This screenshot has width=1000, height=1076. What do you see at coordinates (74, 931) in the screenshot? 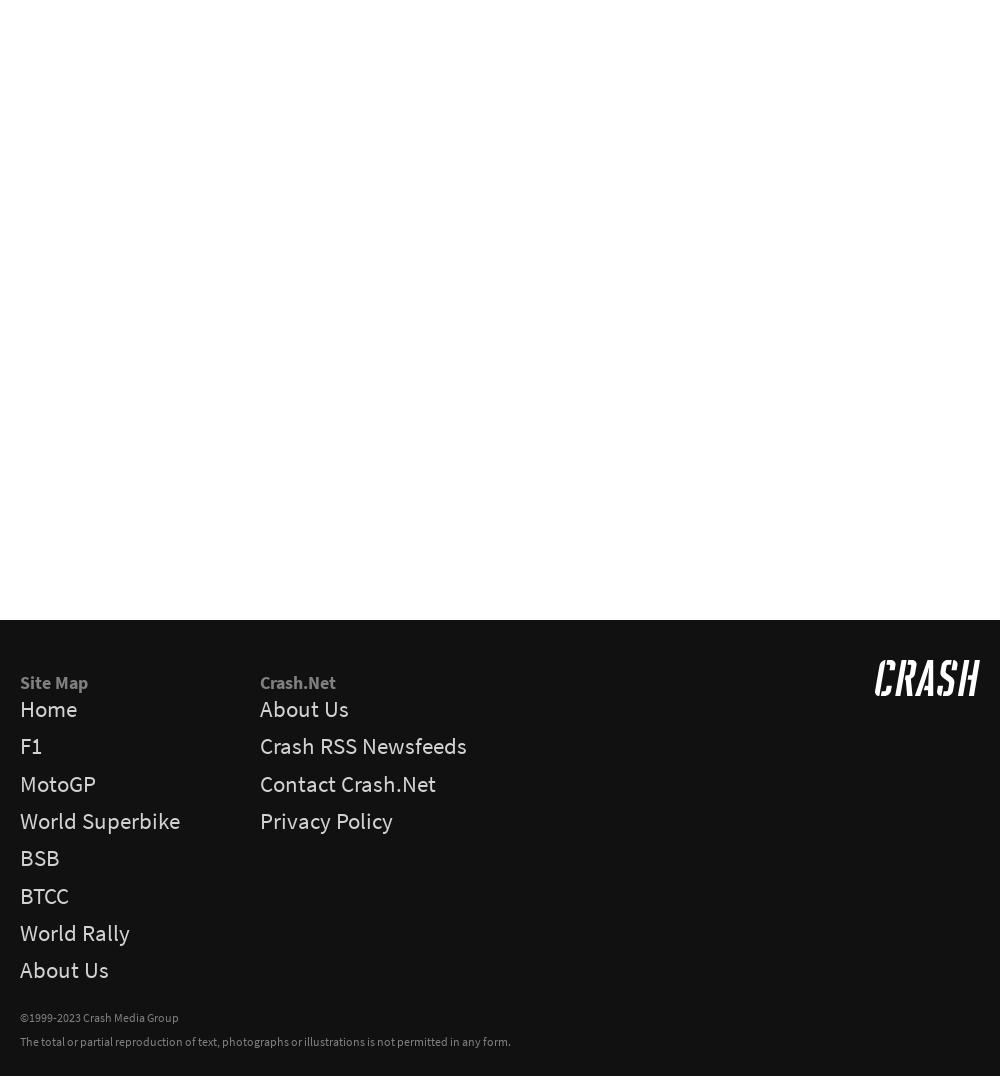
I see `'World Rally'` at bounding box center [74, 931].